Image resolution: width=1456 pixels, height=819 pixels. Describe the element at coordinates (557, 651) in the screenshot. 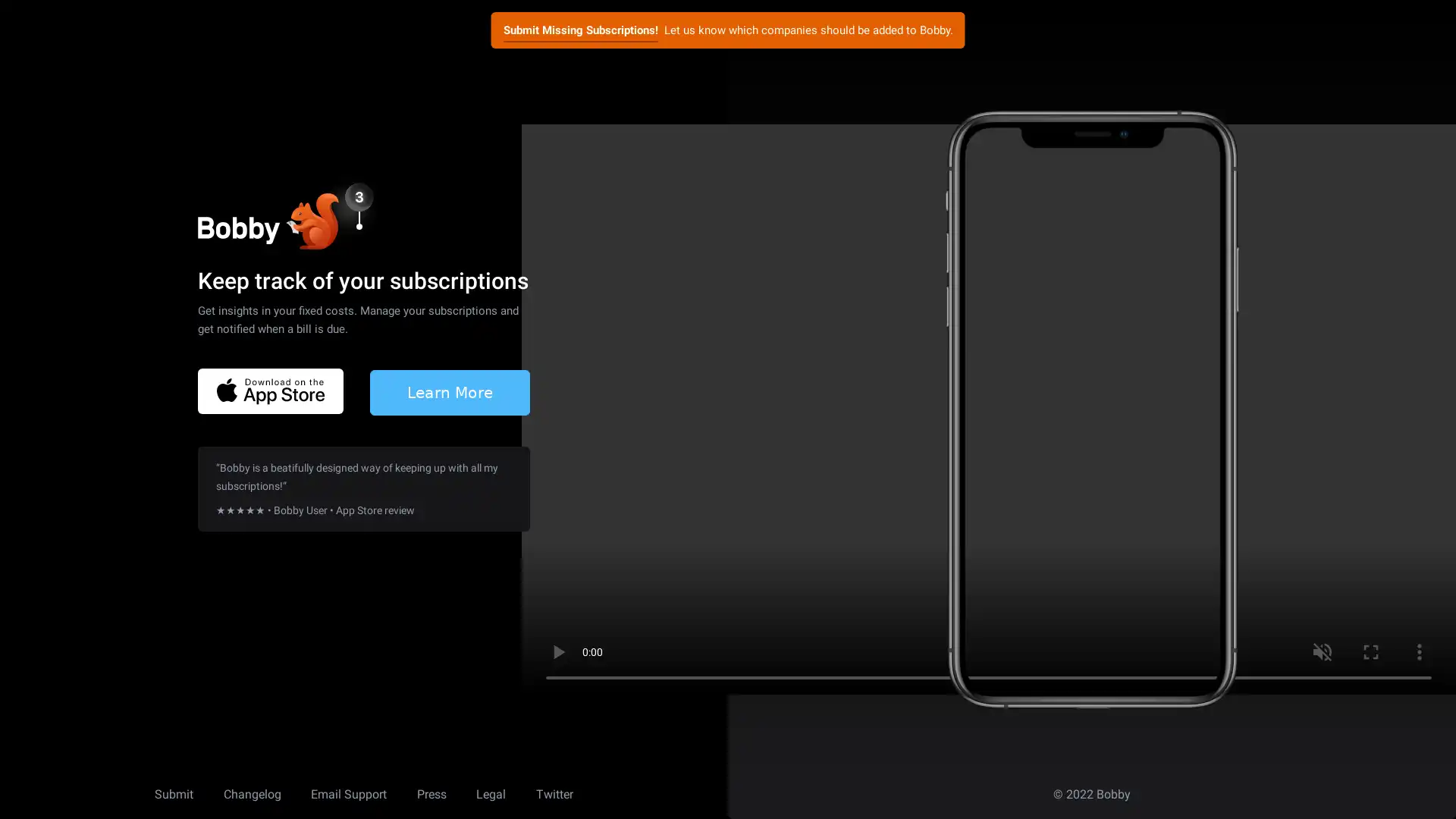

I see `play` at that location.